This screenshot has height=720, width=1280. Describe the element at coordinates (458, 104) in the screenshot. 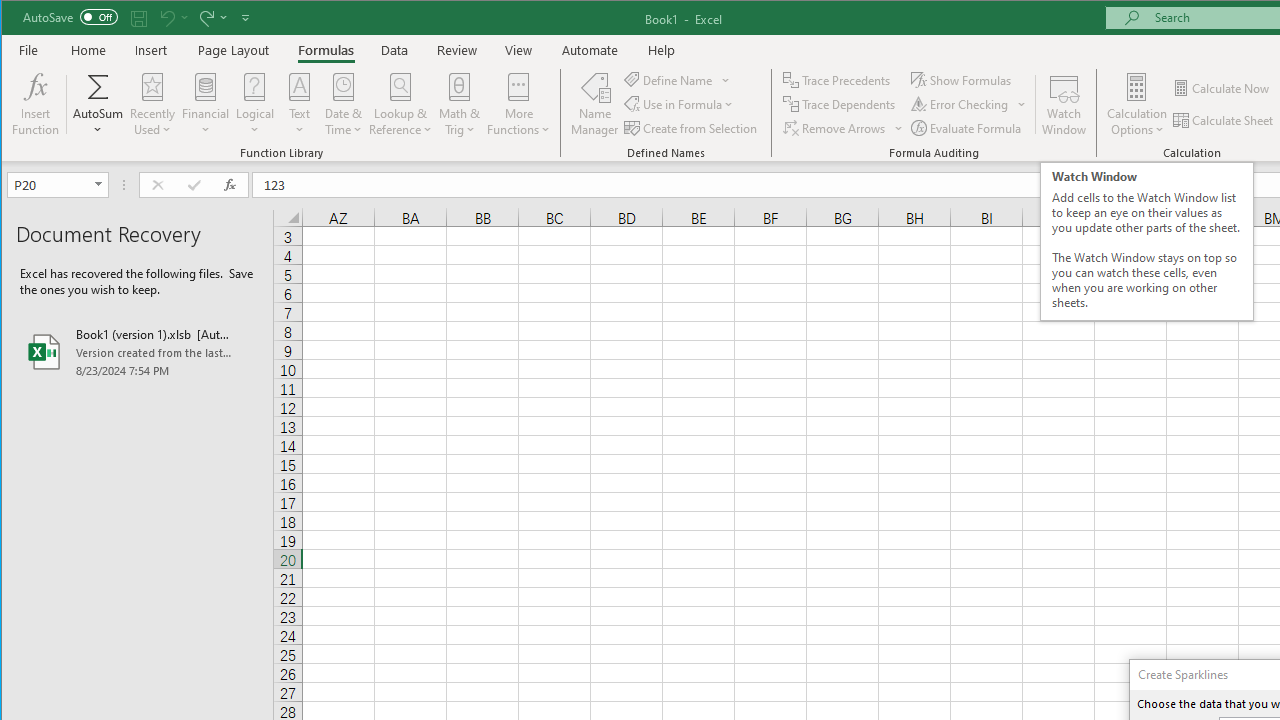

I see `'Math & Trig'` at that location.